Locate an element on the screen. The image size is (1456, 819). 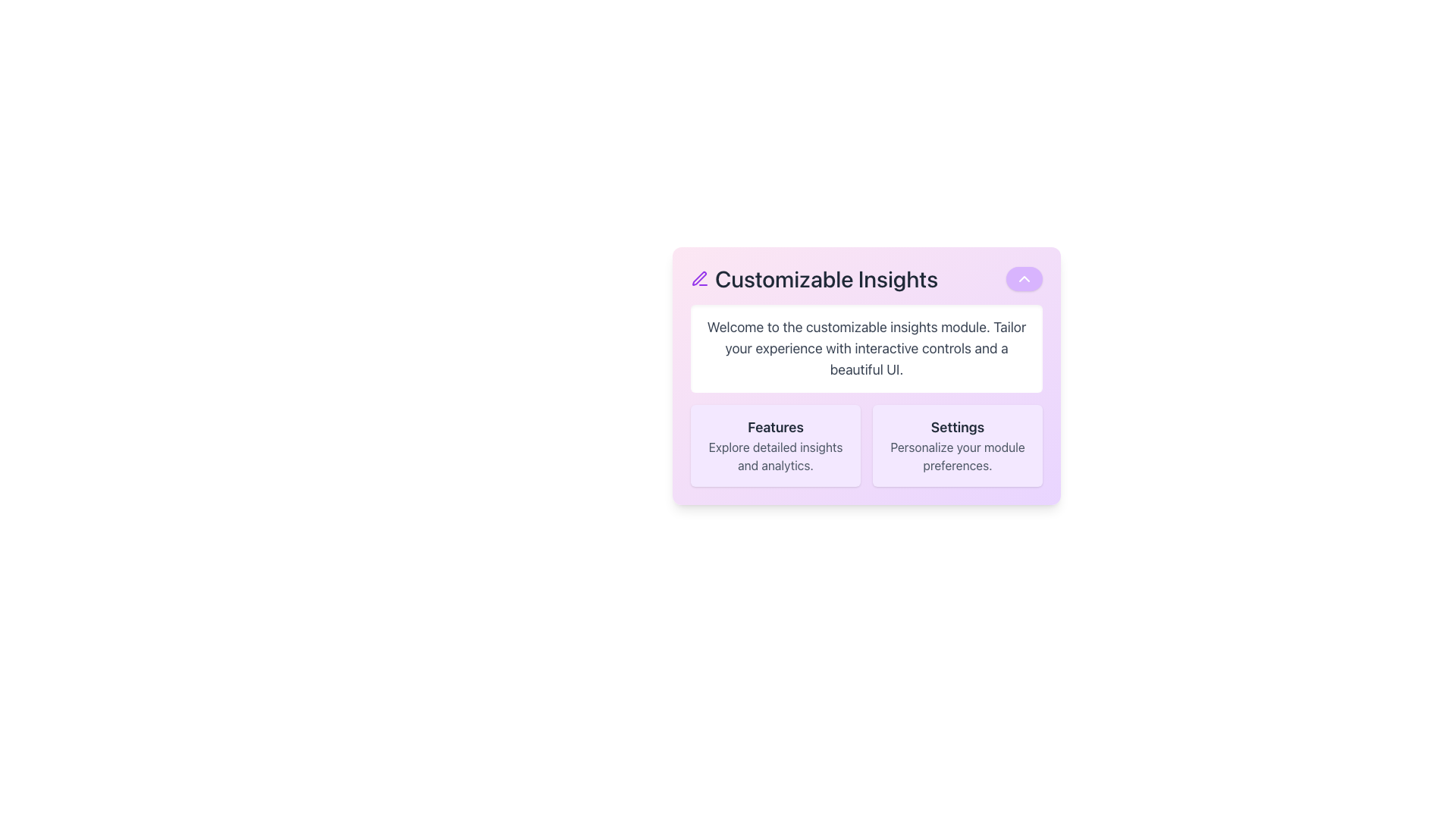
the button located in the upper-right corner of the 'Customizable Insights' section is located at coordinates (1024, 278).